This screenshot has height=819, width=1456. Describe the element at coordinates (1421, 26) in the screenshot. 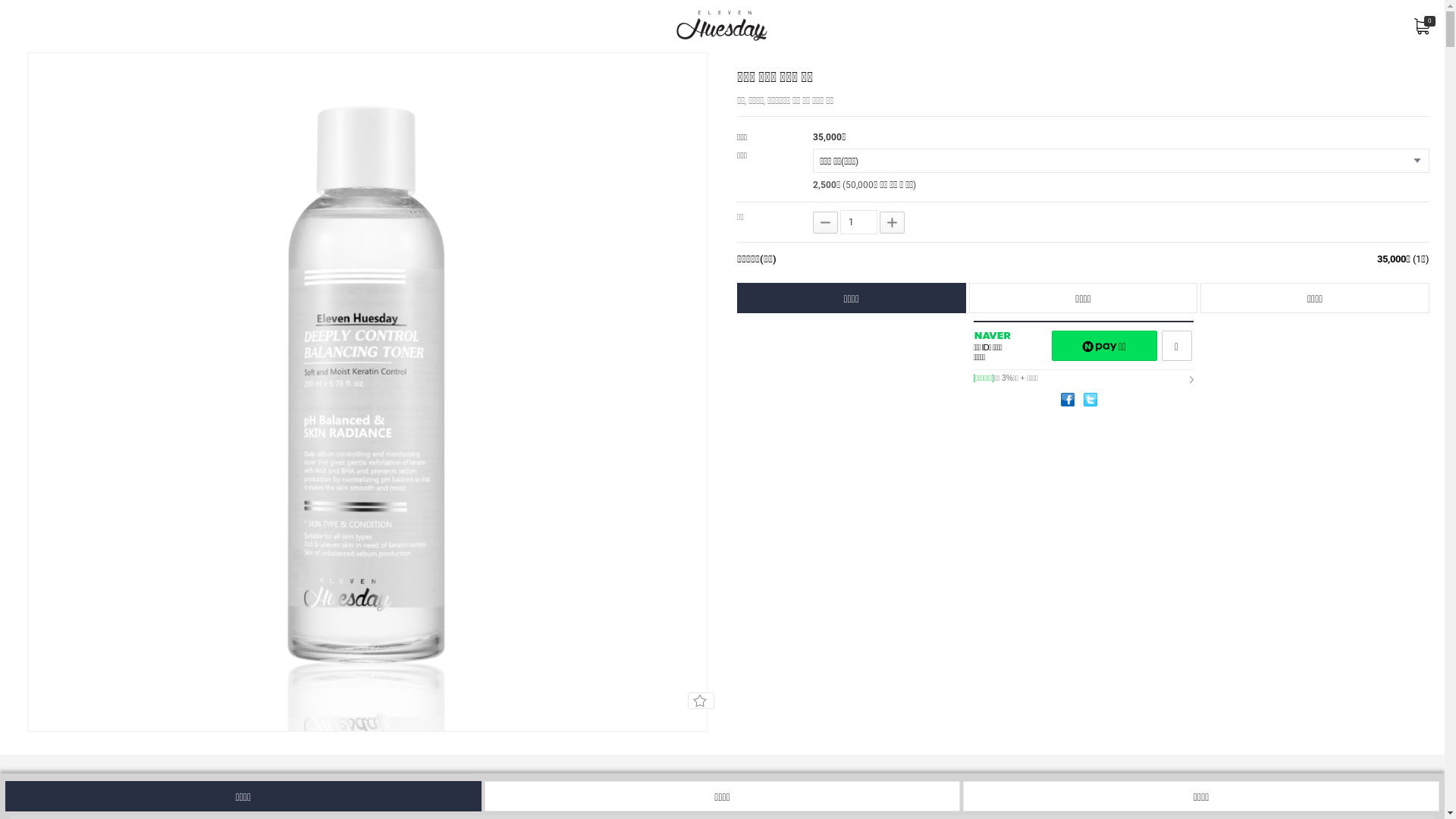

I see `'0'` at that location.